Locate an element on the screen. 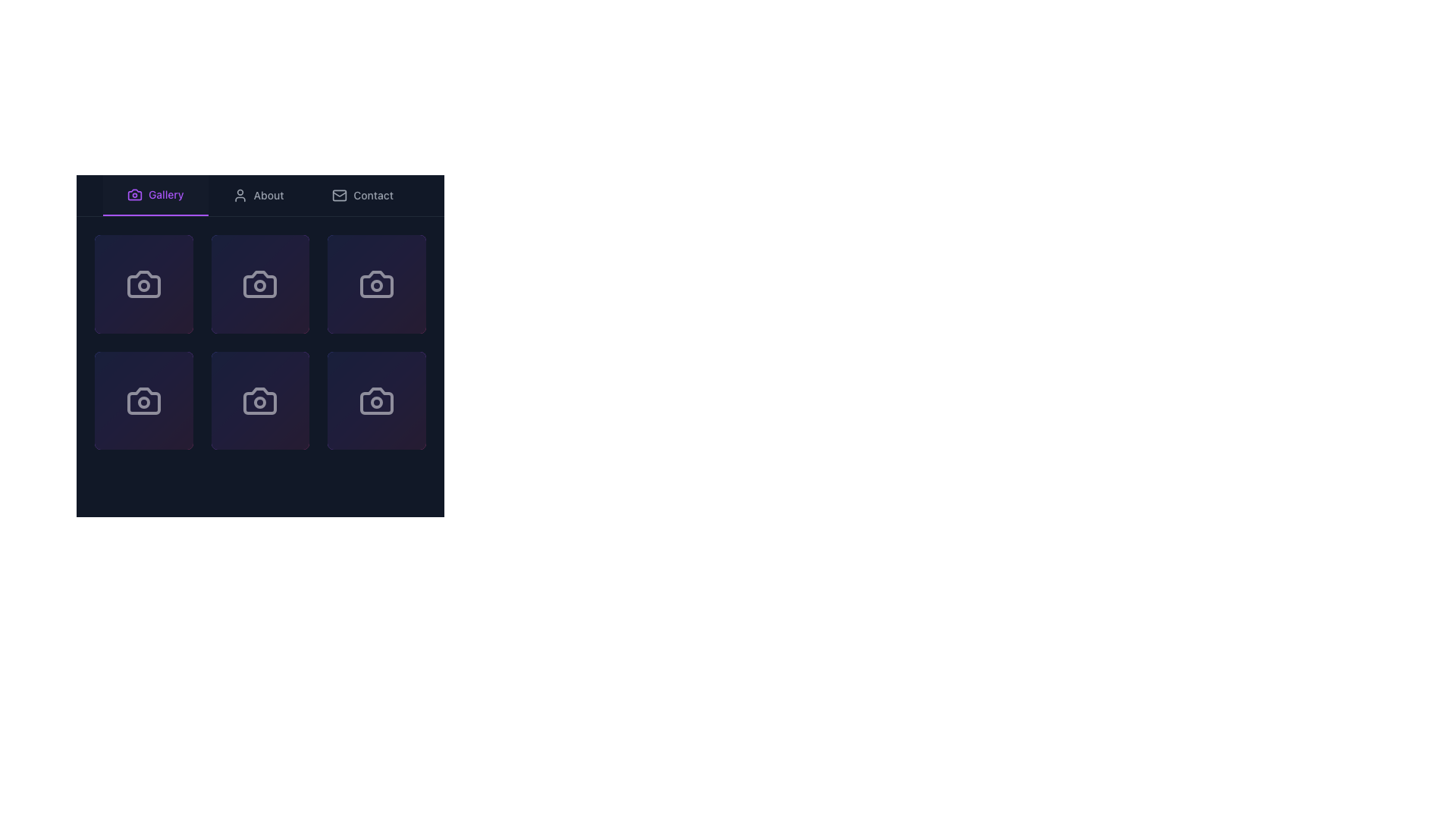 The height and width of the screenshot is (819, 1456). the second row, center column grid item in the gallery is located at coordinates (260, 342).